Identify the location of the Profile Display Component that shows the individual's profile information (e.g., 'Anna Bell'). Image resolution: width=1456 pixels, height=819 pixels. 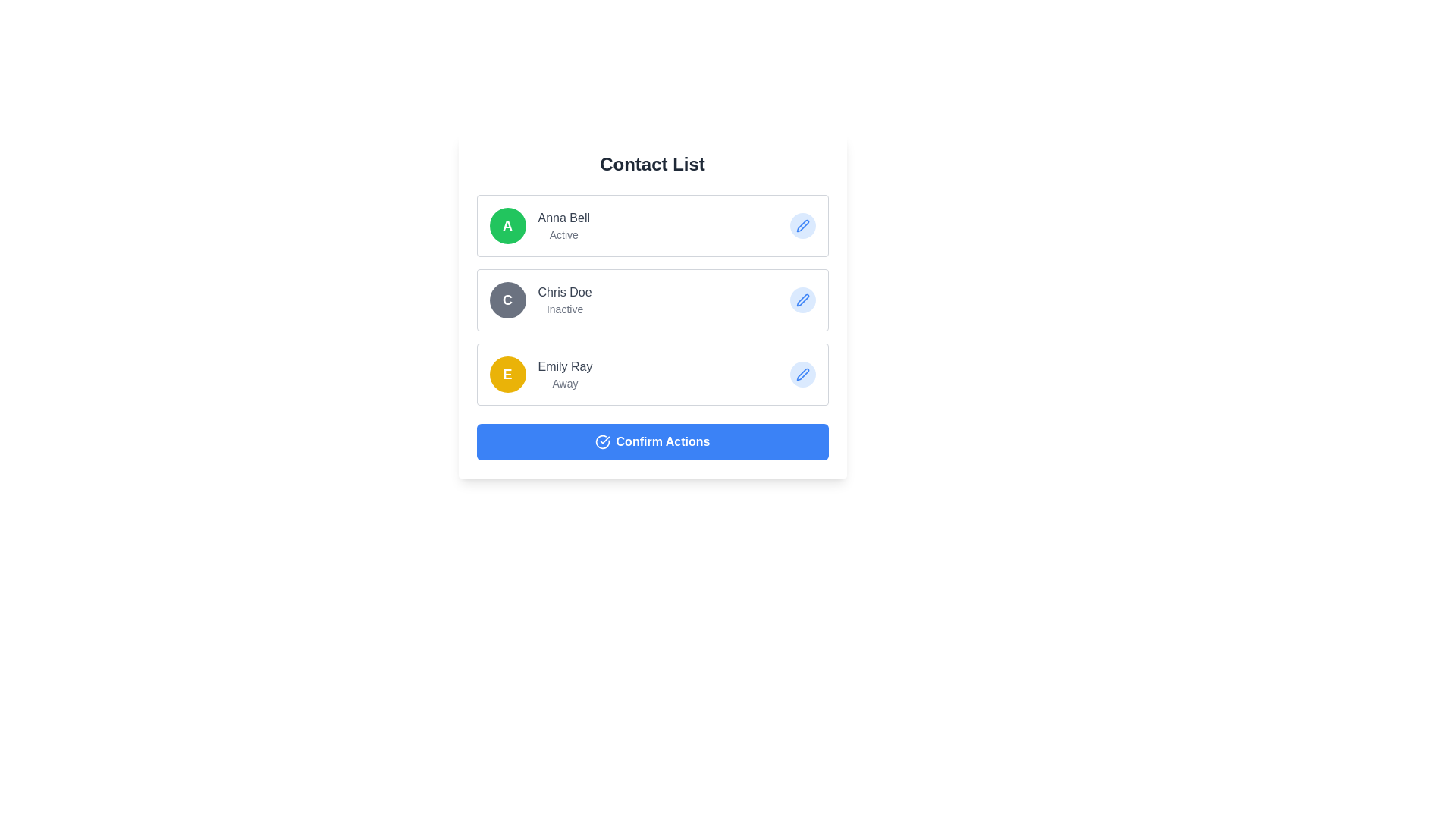
(539, 225).